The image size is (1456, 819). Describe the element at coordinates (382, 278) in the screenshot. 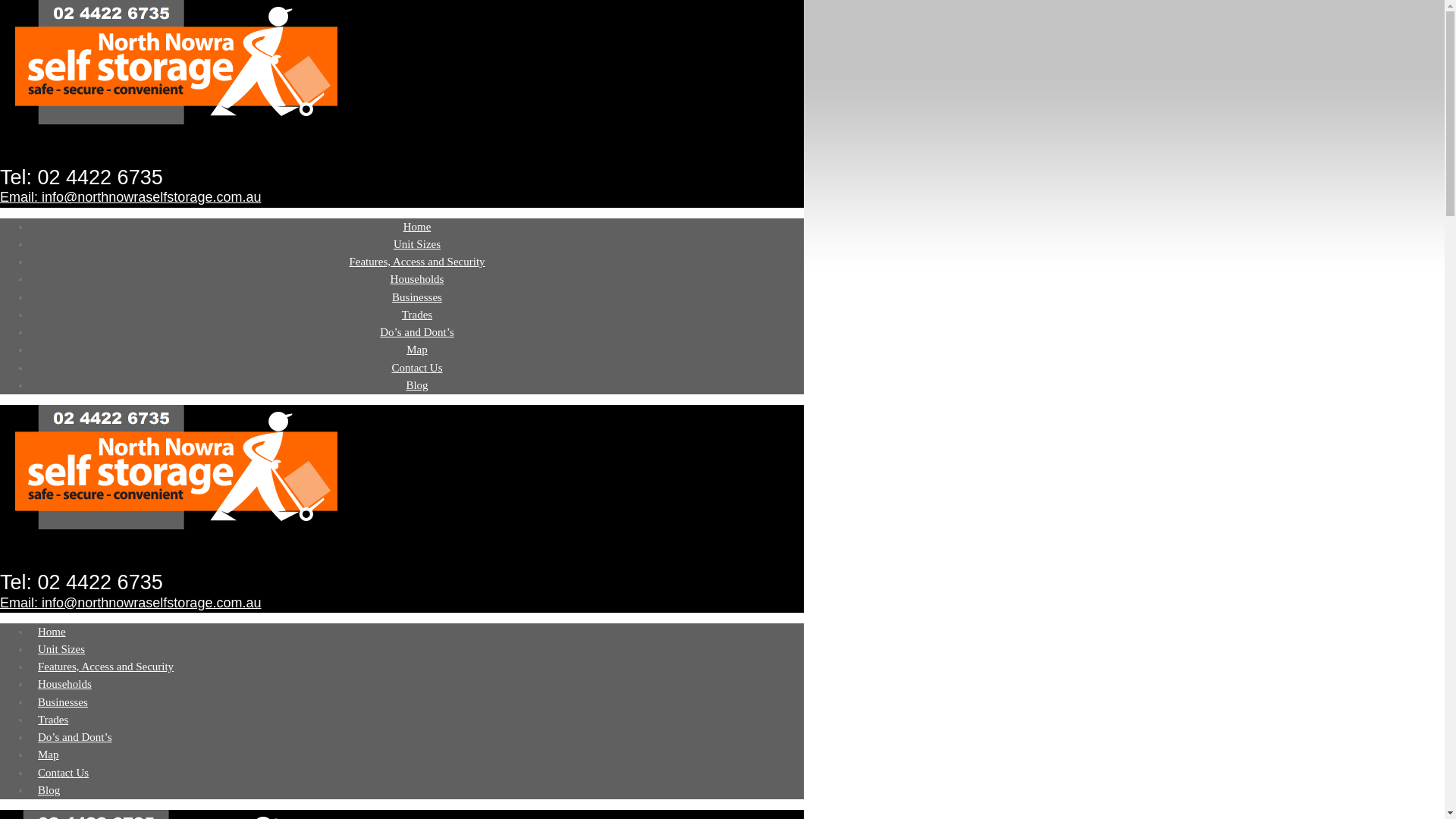

I see `'Households'` at that location.